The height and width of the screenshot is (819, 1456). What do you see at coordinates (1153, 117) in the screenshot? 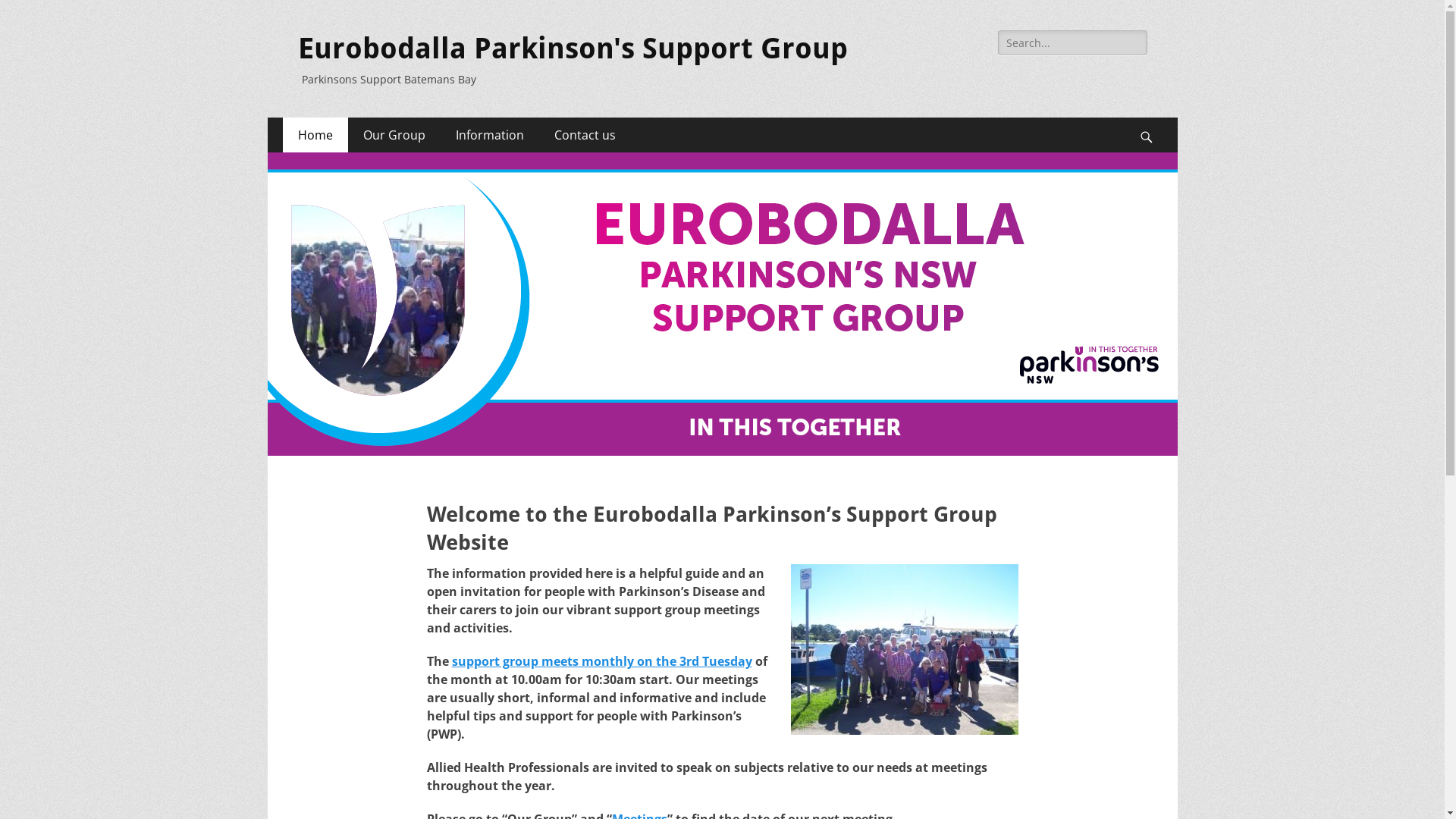
I see `'Search'` at bounding box center [1153, 117].